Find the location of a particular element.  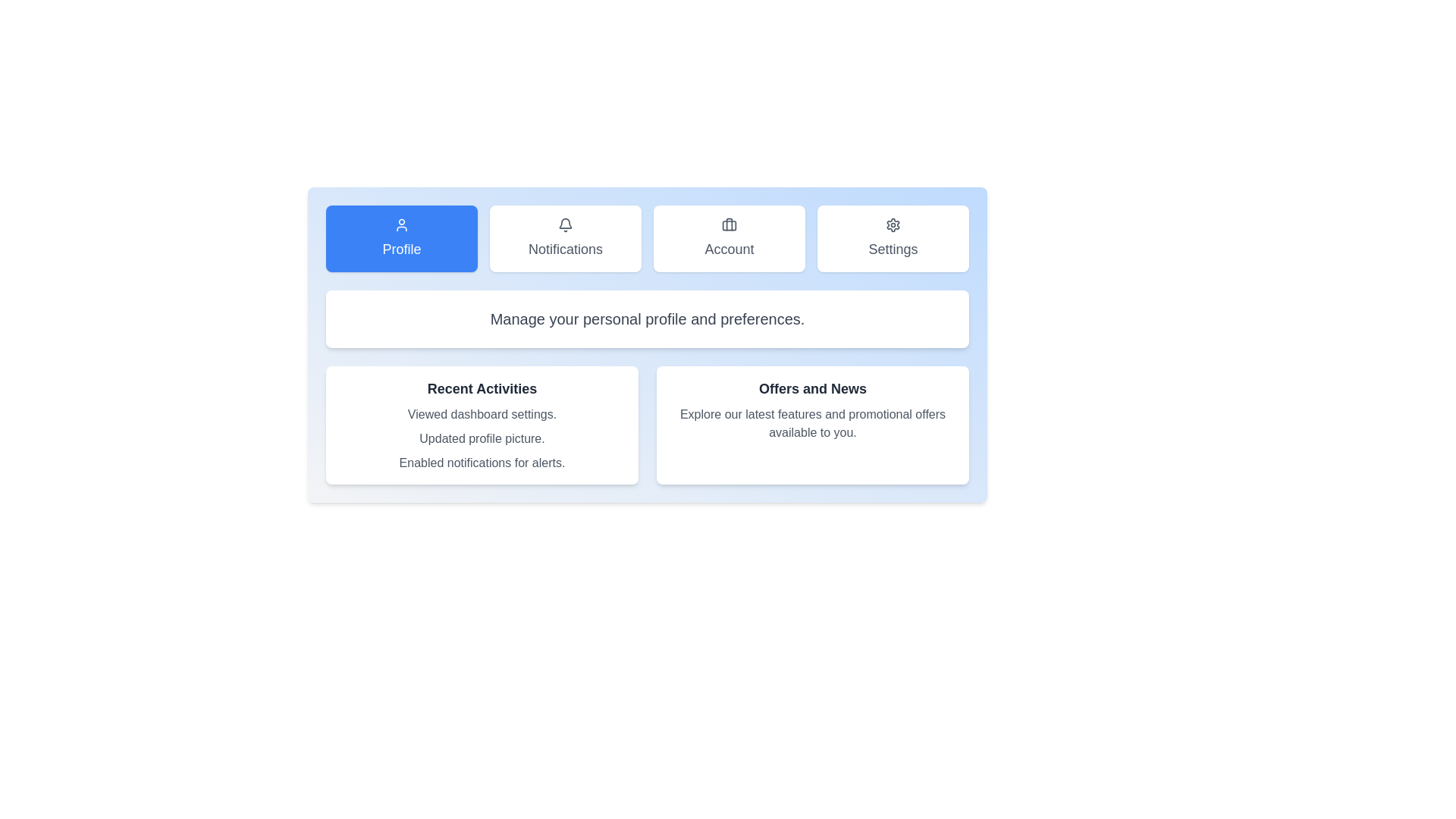

the informational static text that records a recent user action, located at the top of the 'Recent Activities' section is located at coordinates (481, 415).